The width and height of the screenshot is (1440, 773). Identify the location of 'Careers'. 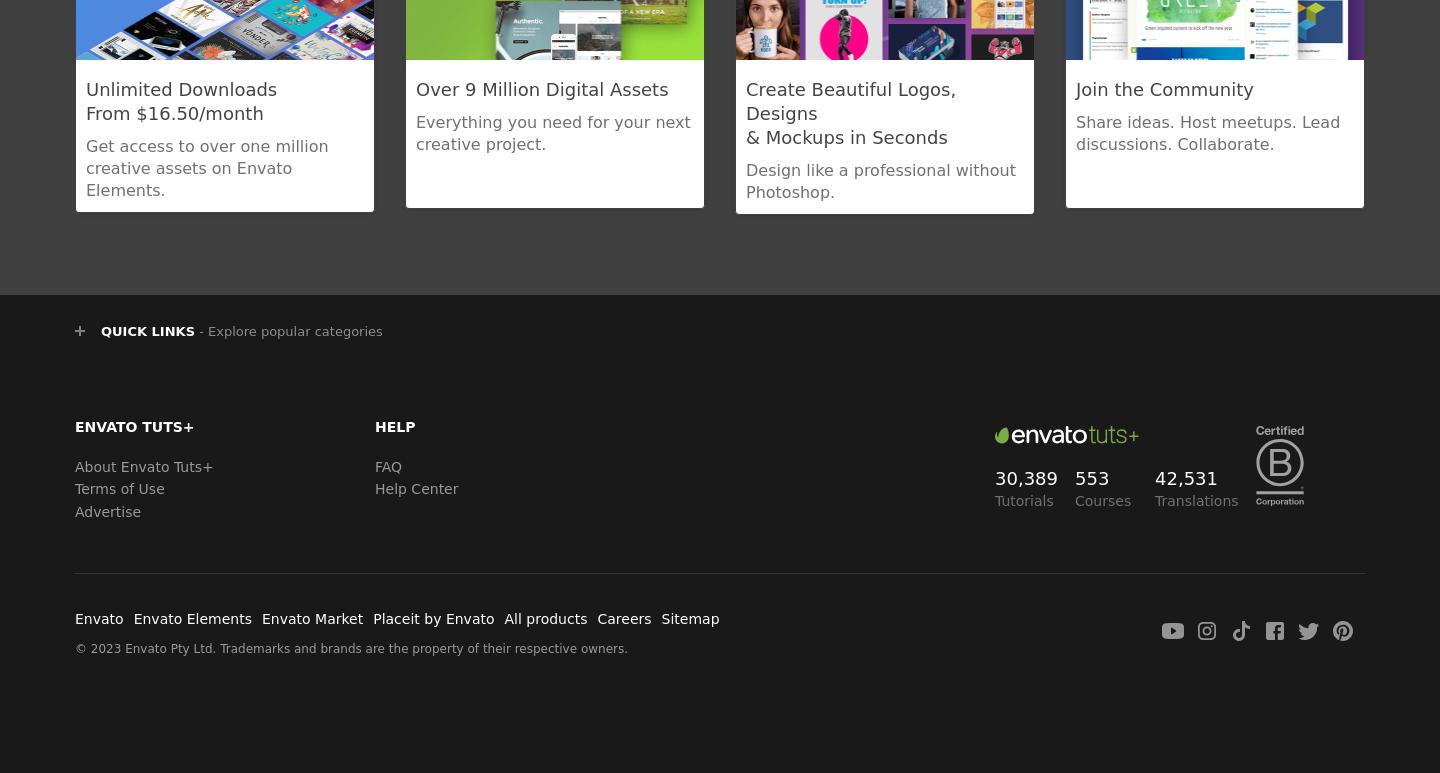
(622, 617).